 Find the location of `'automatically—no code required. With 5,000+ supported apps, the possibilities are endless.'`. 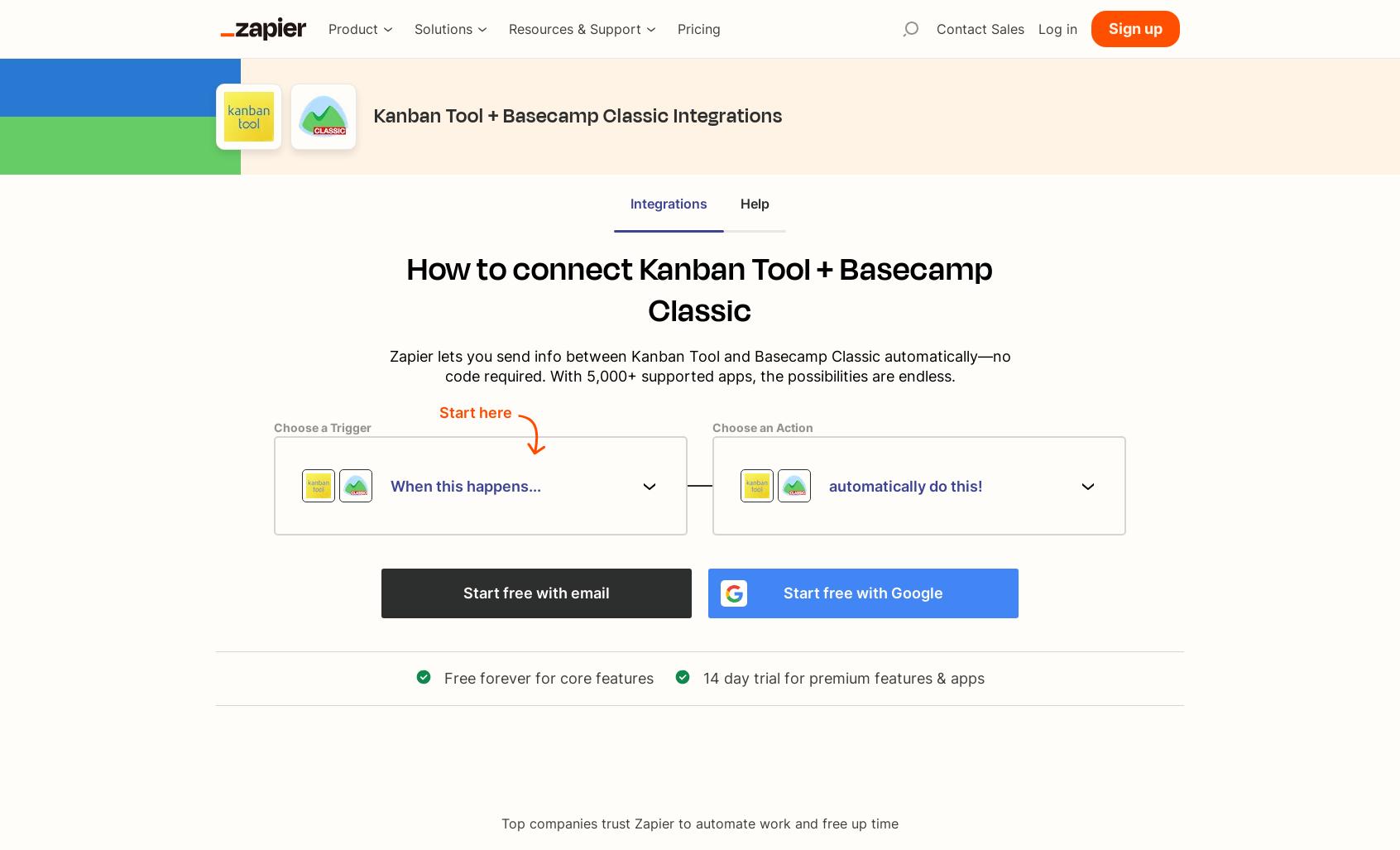

'automatically—no code required. With 5,000+ supported apps, the possibilities are endless.' is located at coordinates (726, 365).